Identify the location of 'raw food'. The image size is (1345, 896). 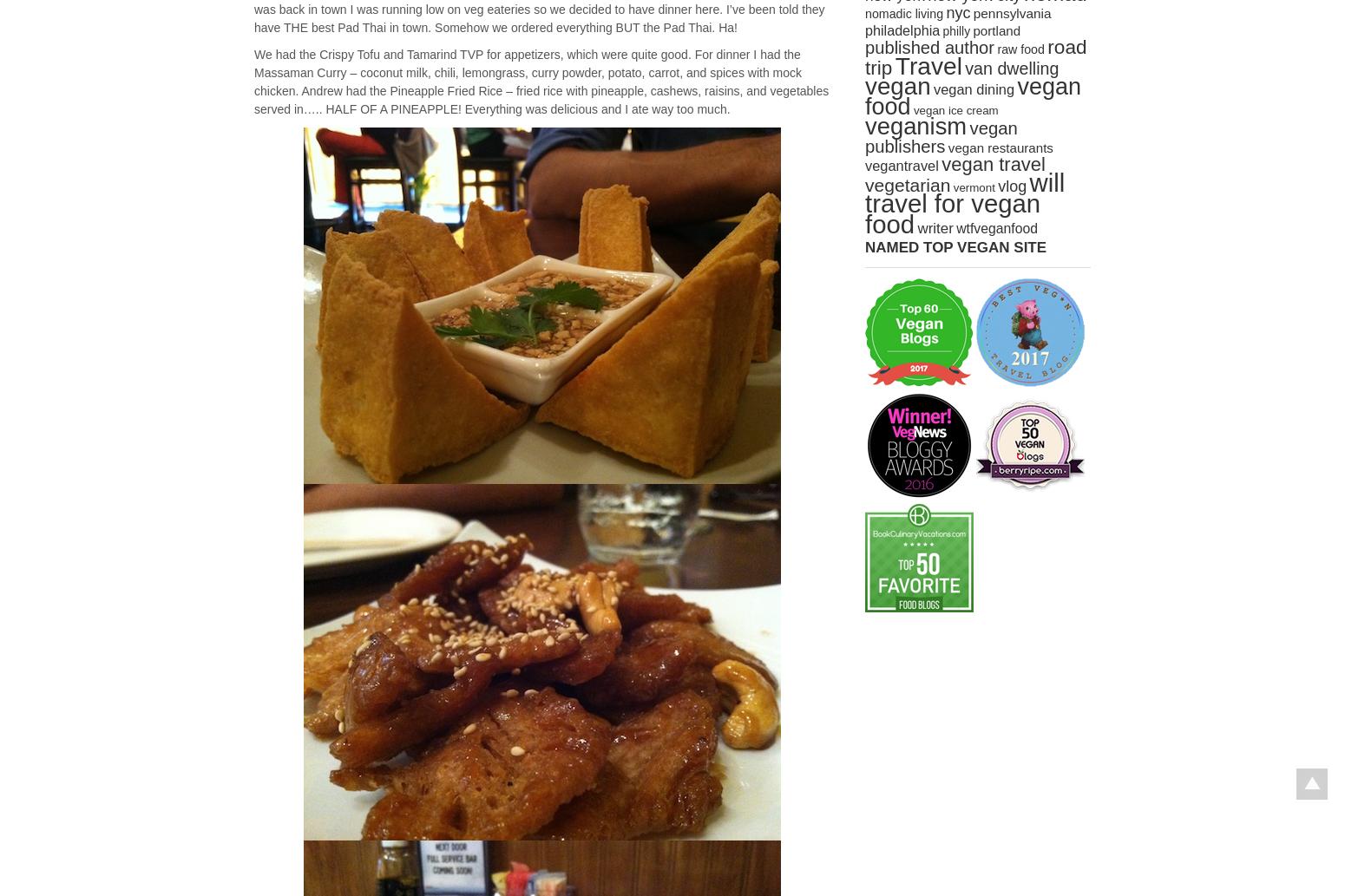
(1020, 49).